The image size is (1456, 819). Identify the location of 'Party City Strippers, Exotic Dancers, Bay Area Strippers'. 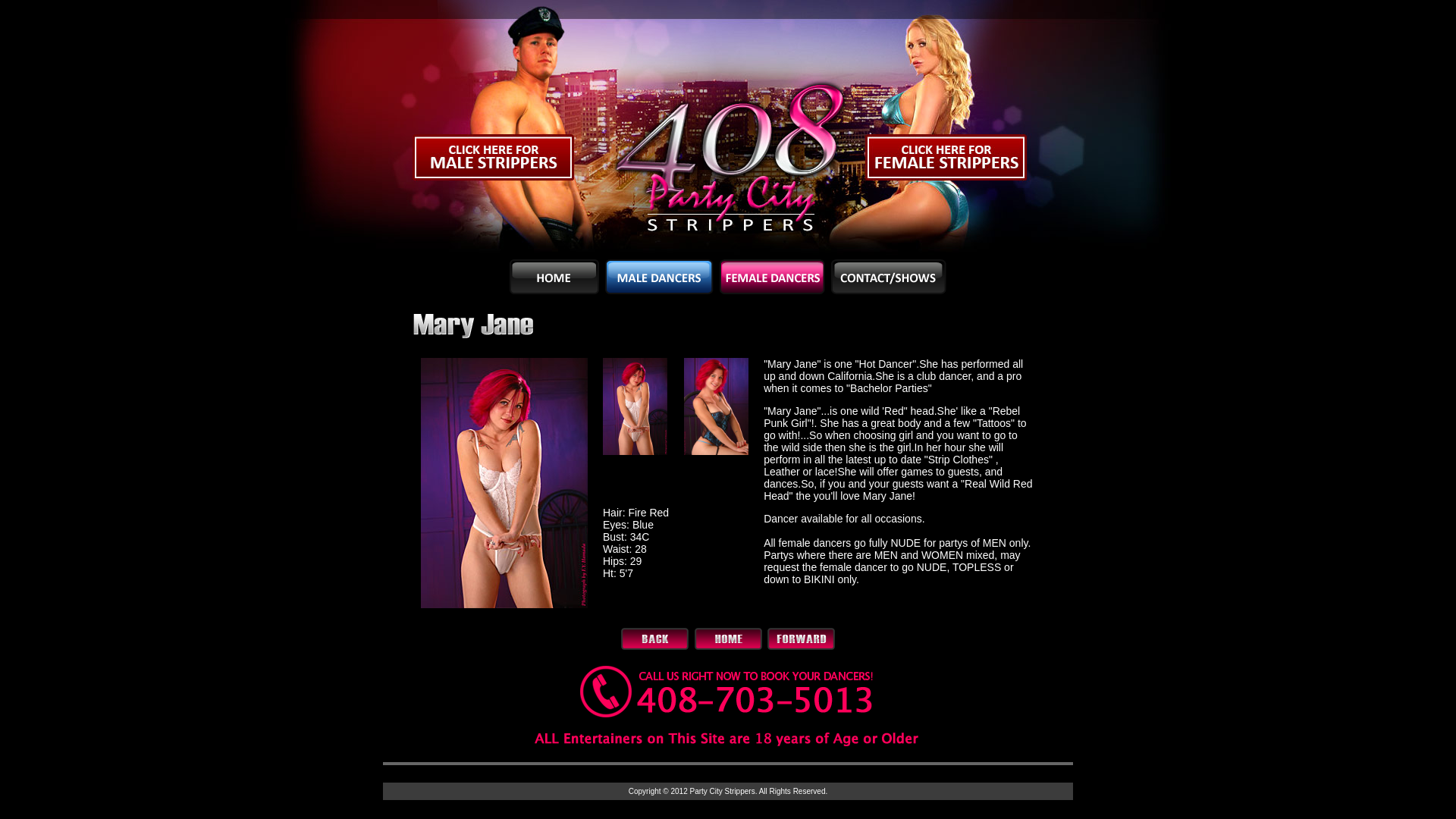
(492, 128).